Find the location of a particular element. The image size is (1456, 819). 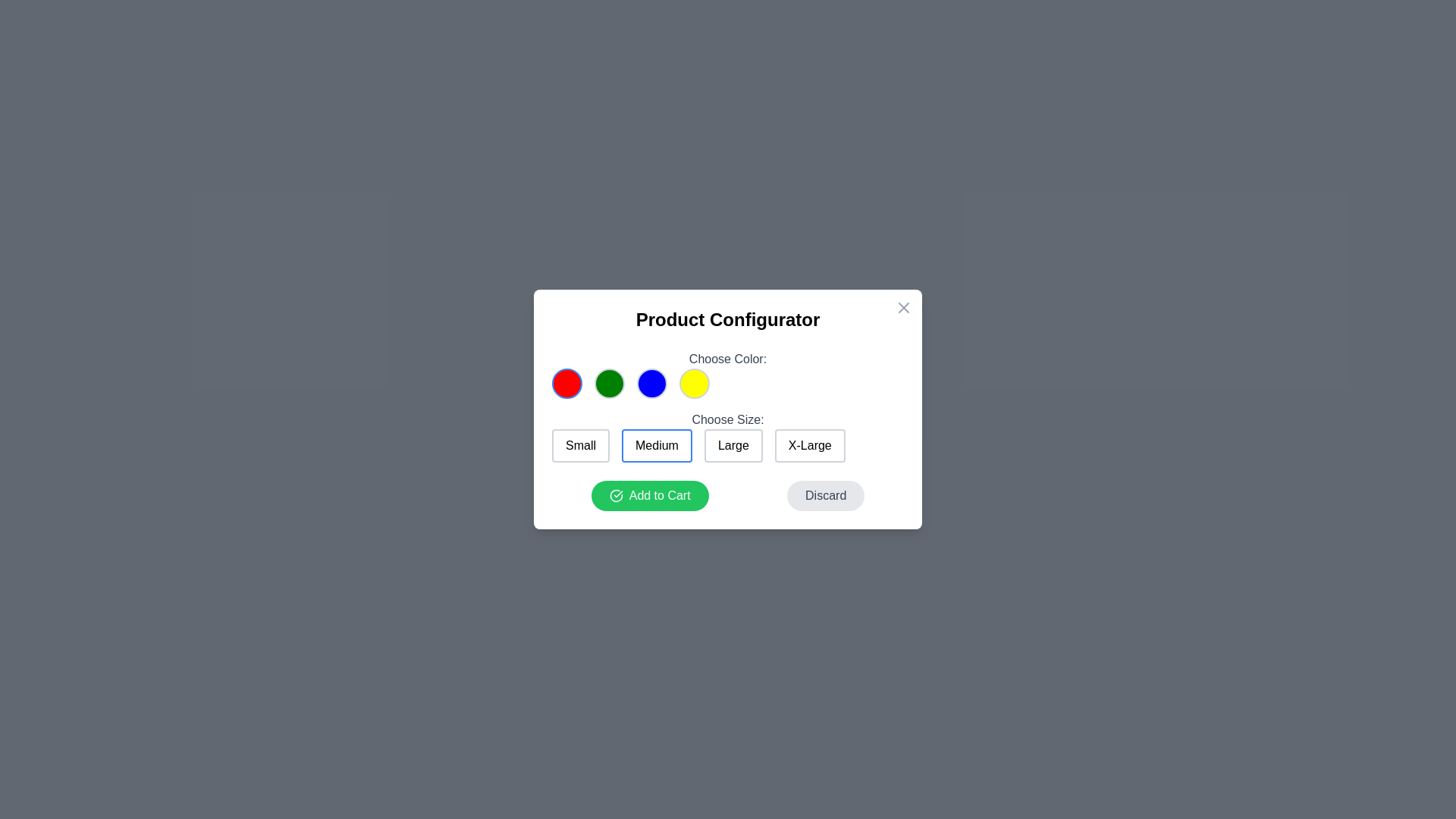

the circular blue button with a gray border in the 'Product Configurator' dialog box is located at coordinates (651, 382).